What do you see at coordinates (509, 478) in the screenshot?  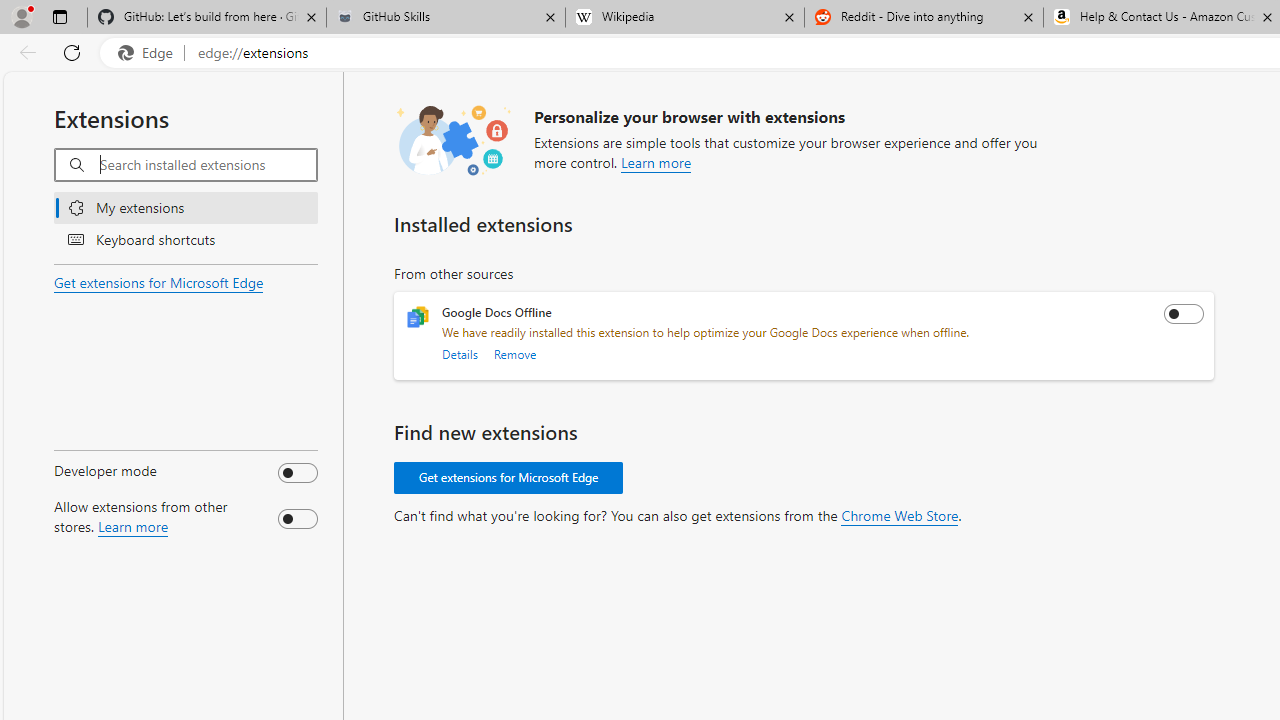 I see `'Get extensions for Microsoft Edge'` at bounding box center [509, 478].